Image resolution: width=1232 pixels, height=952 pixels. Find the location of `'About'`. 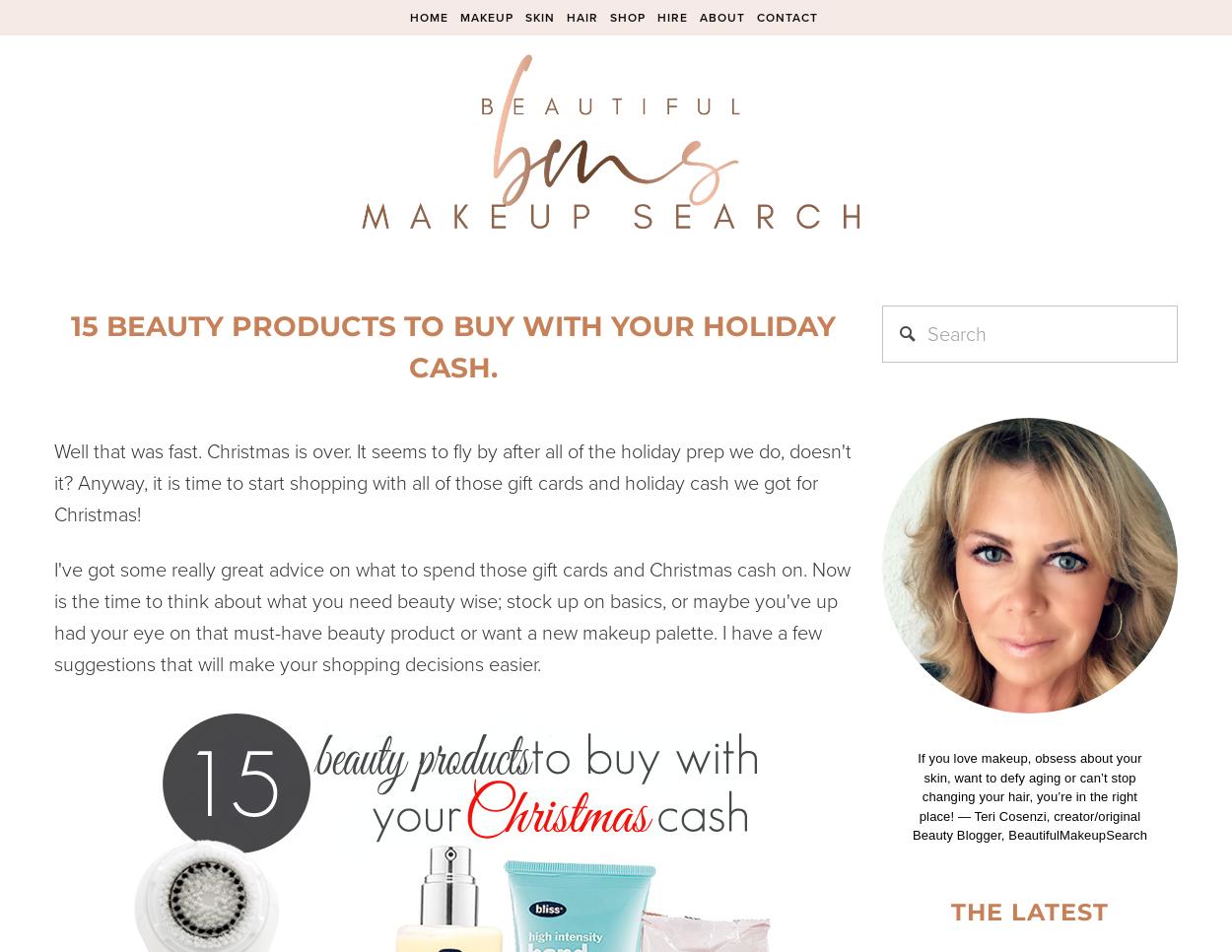

'About' is located at coordinates (720, 16).